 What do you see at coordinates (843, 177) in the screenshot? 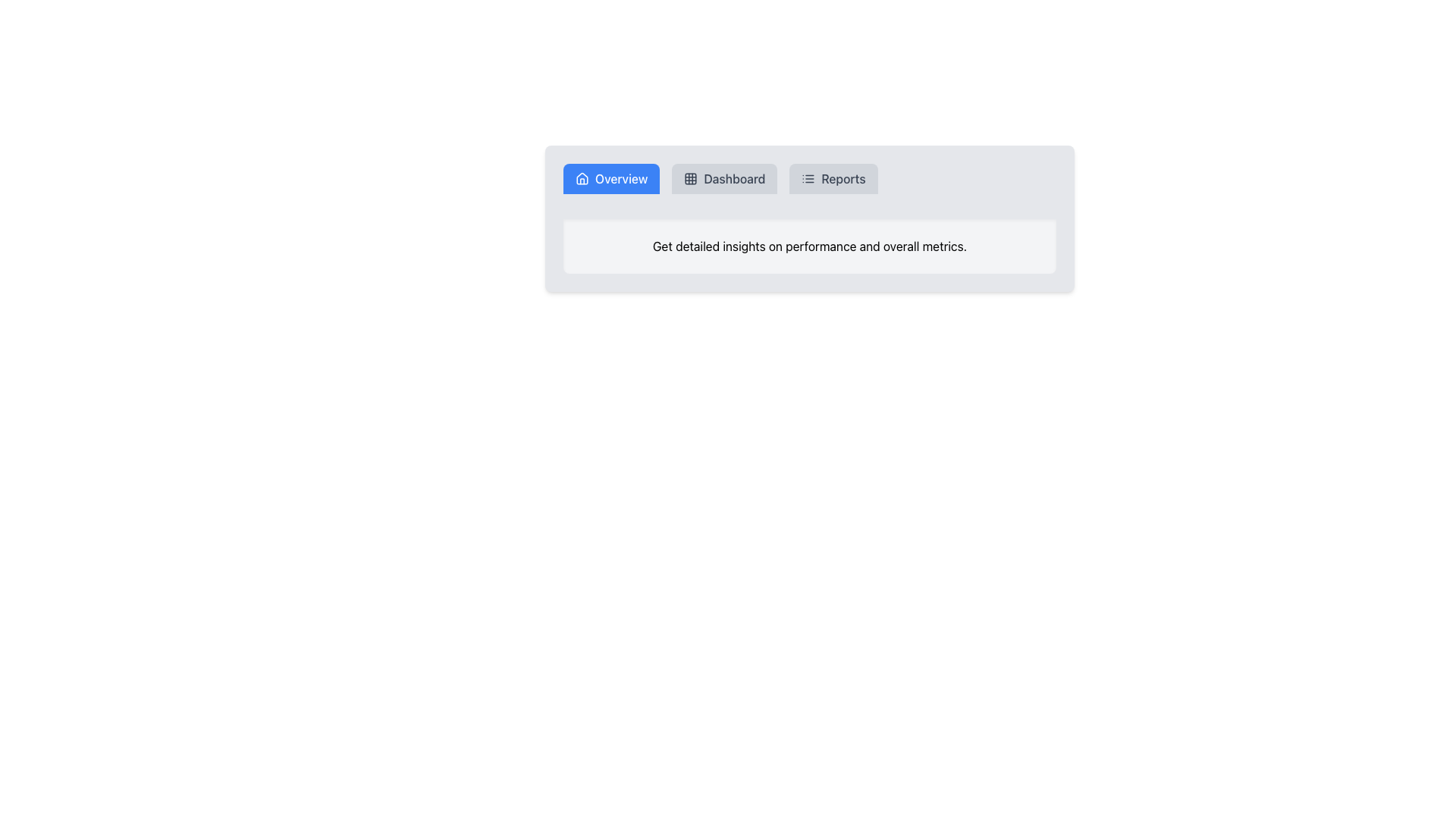
I see `the 'Reports' text label in the navigation bar, which is the last item indicating navigation to reports or related data` at bounding box center [843, 177].